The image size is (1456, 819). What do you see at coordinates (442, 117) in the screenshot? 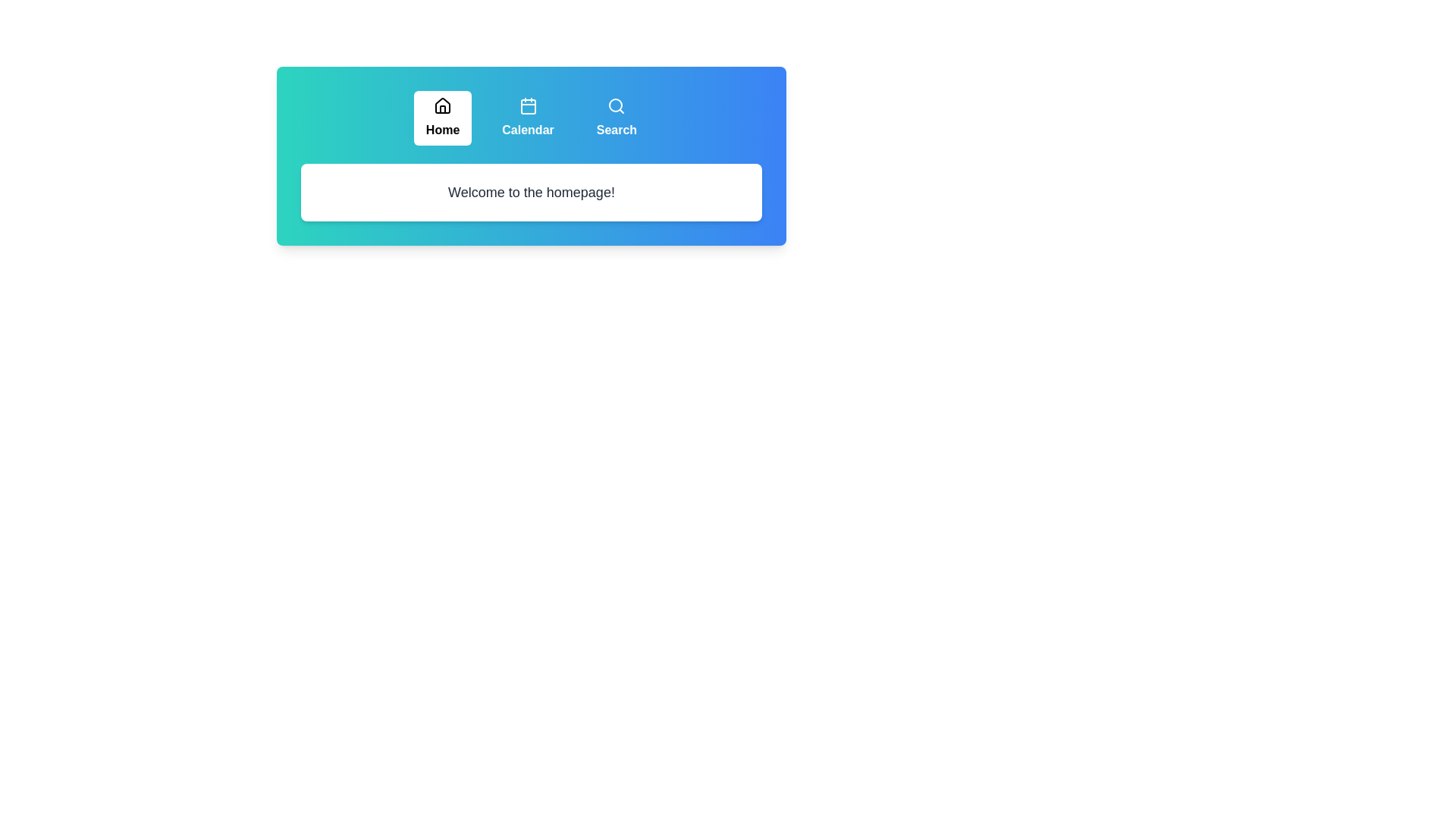
I see `the Home tab to display its content` at bounding box center [442, 117].